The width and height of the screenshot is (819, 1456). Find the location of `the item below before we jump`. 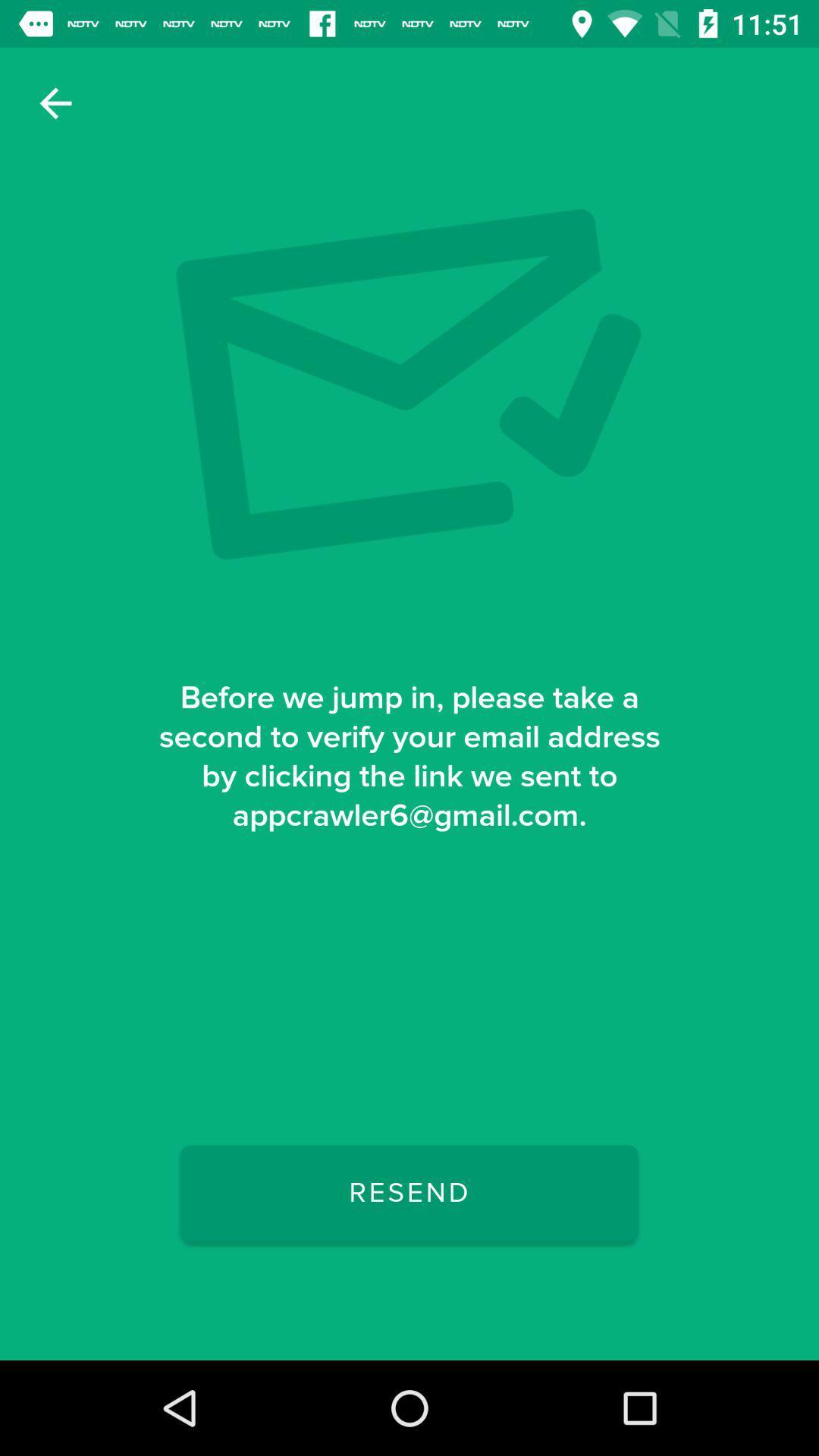

the item below before we jump is located at coordinates (408, 1192).